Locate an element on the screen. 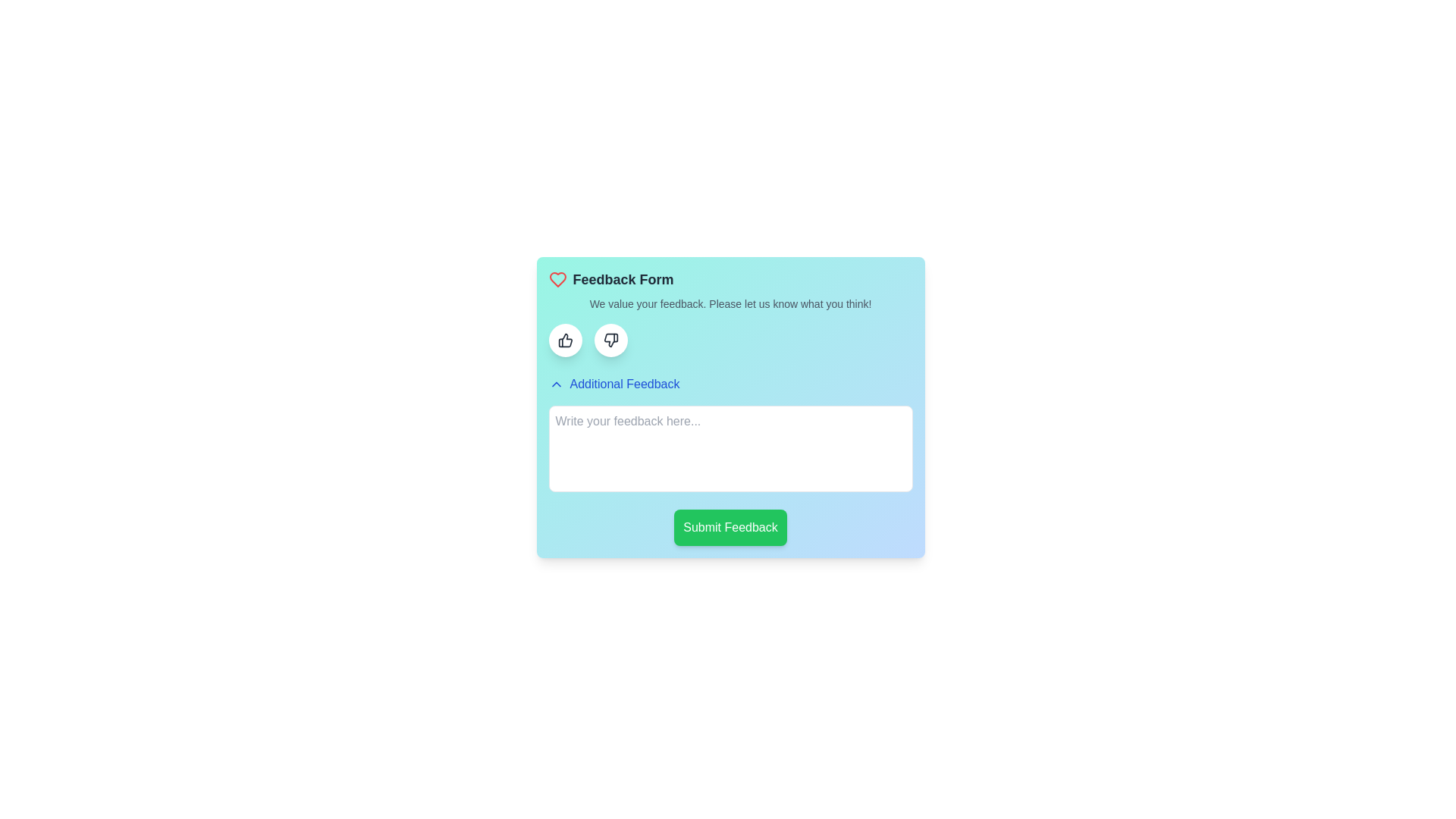  the positive feedback button located in the top left quadrant of the feedback form interface is located at coordinates (564, 339).